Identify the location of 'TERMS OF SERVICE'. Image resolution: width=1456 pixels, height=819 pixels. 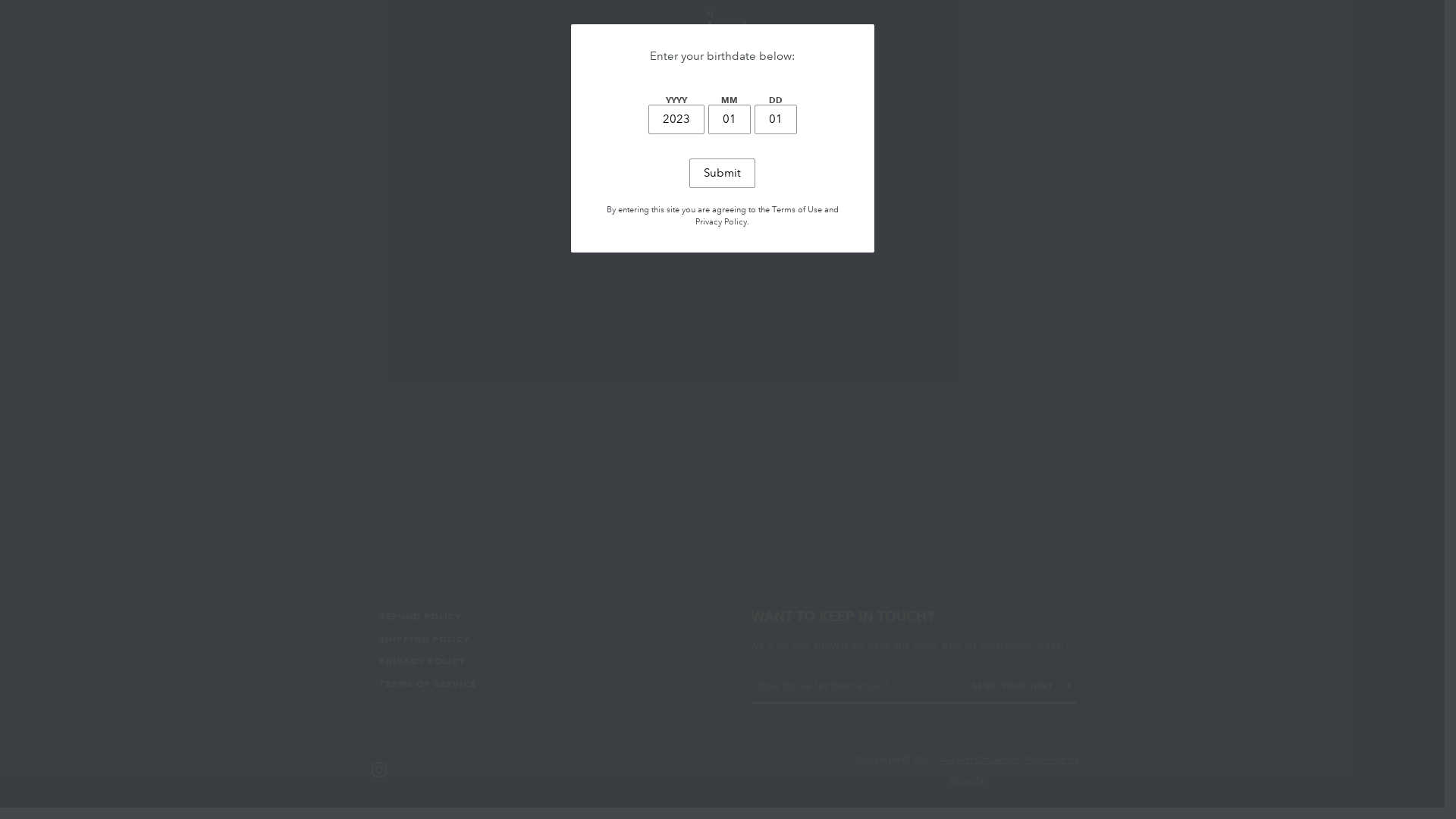
(427, 683).